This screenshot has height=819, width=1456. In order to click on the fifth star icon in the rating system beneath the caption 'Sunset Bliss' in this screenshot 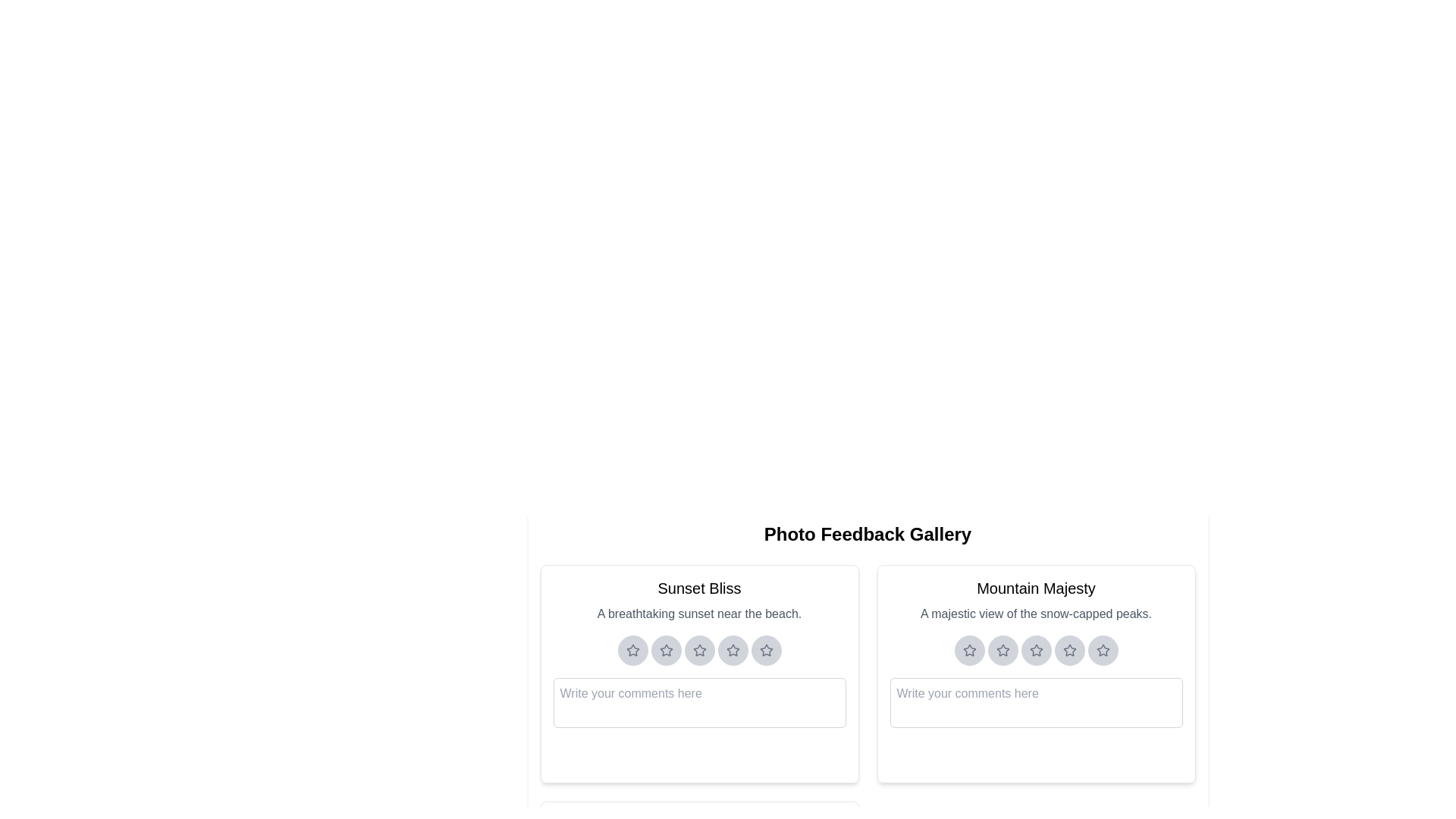, I will do `click(766, 649)`.